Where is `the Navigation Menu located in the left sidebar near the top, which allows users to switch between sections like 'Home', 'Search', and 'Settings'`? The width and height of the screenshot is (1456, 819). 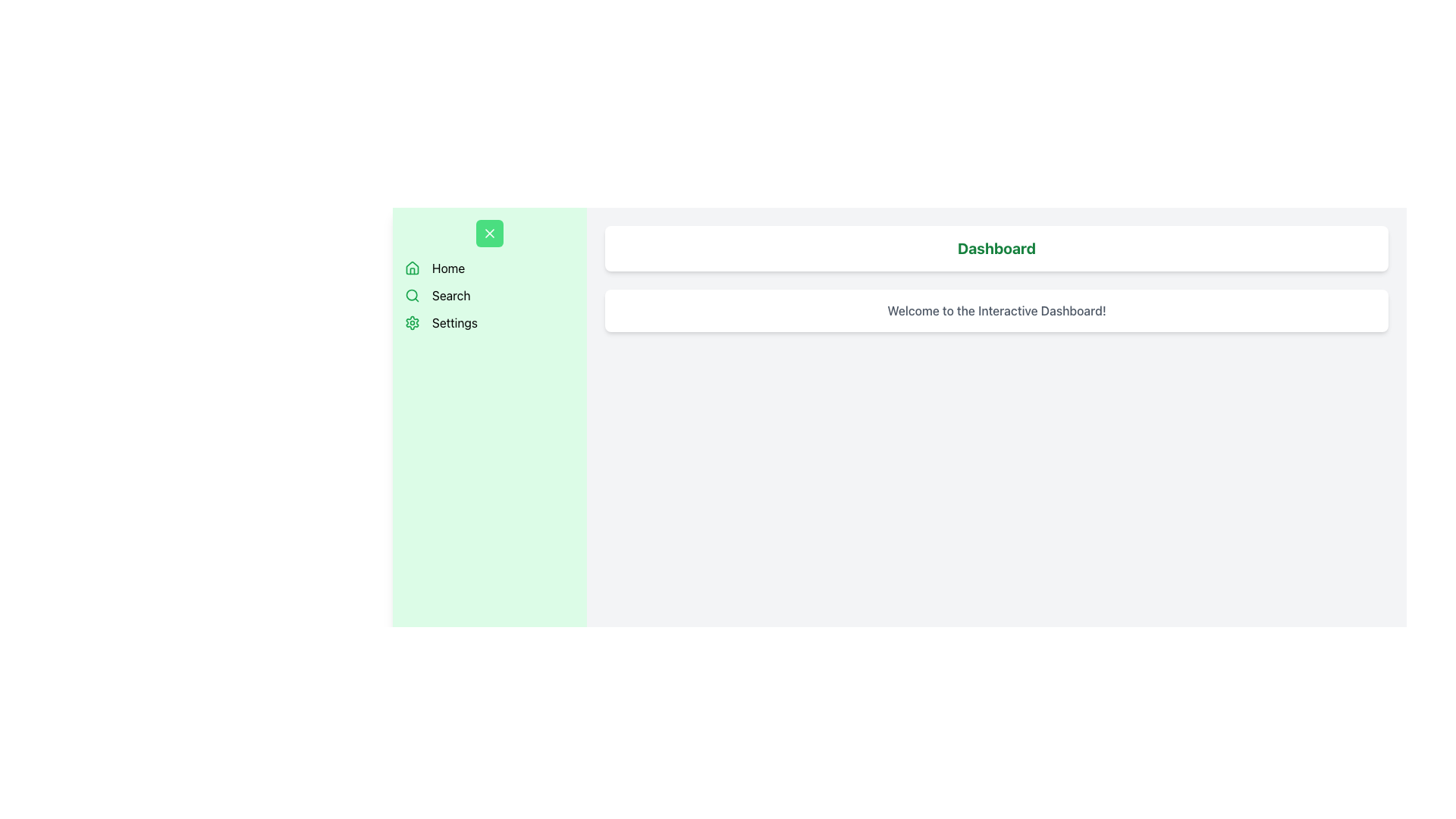
the Navigation Menu located in the left sidebar near the top, which allows users to switch between sections like 'Home', 'Search', and 'Settings' is located at coordinates (490, 275).